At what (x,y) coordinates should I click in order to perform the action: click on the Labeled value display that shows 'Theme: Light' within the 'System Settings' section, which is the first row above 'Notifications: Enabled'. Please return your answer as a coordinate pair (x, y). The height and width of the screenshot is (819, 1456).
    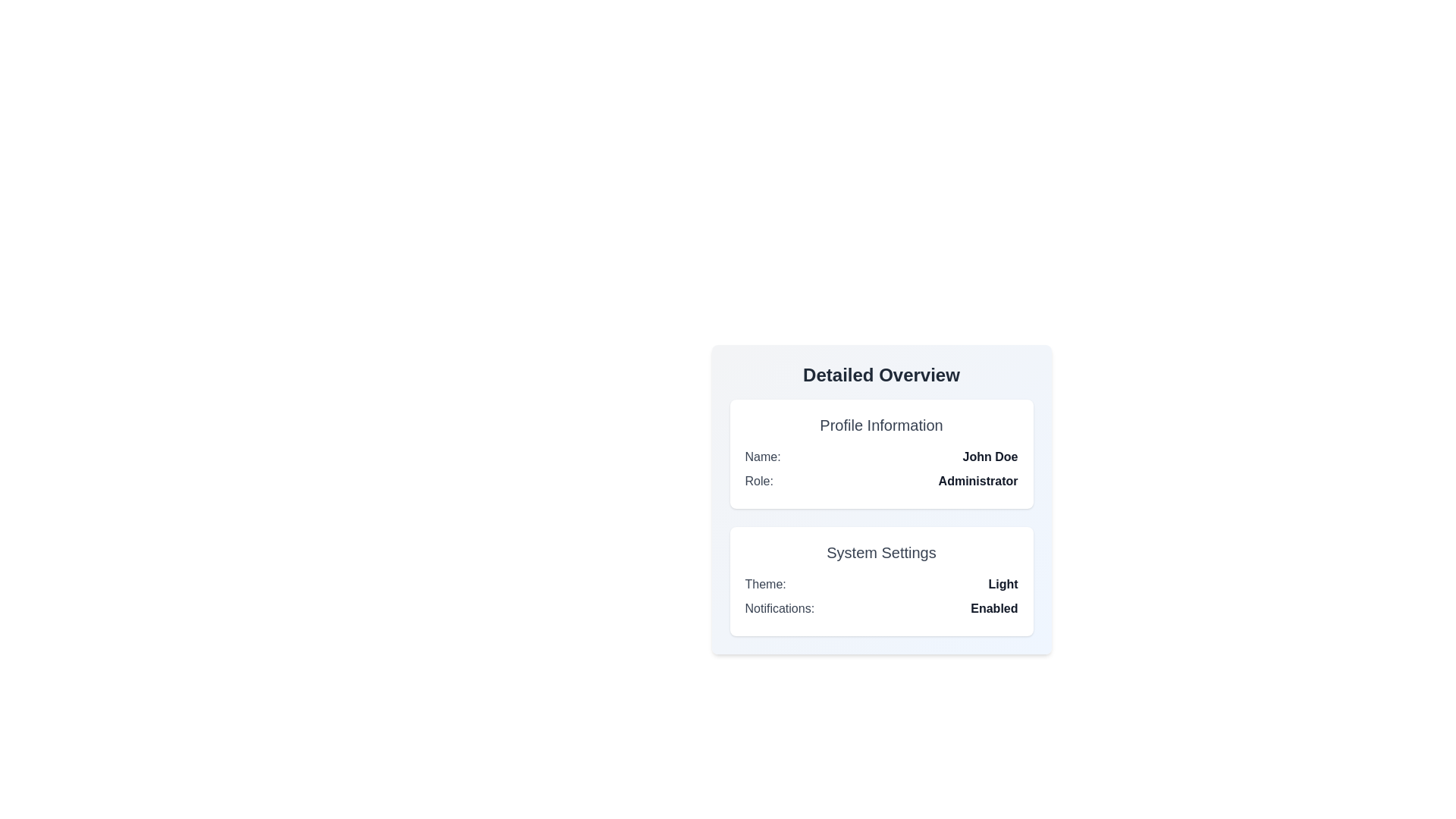
    Looking at the image, I should click on (881, 584).